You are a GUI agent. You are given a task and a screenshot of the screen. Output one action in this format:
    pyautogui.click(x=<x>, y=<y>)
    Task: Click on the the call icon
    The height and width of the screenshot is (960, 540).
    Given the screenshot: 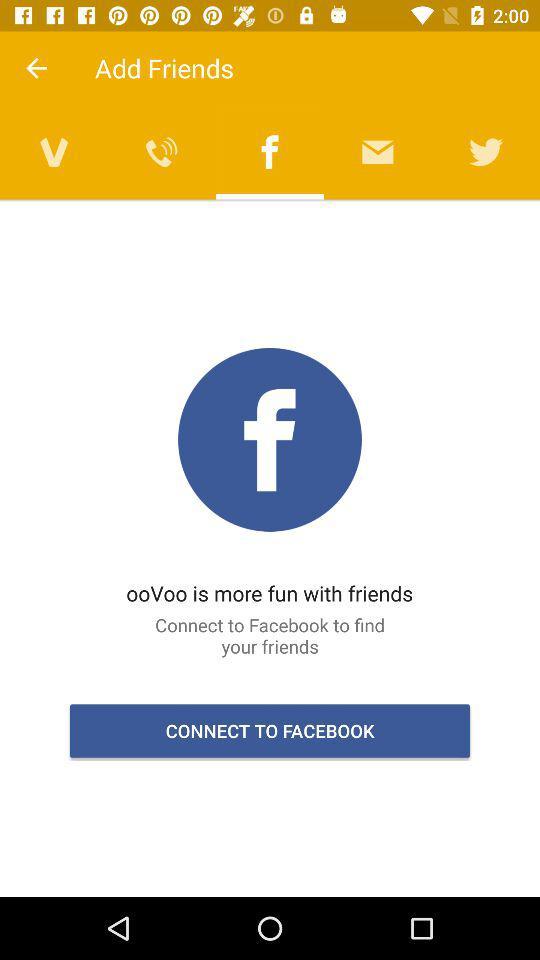 What is the action you would take?
    pyautogui.click(x=161, y=151)
    